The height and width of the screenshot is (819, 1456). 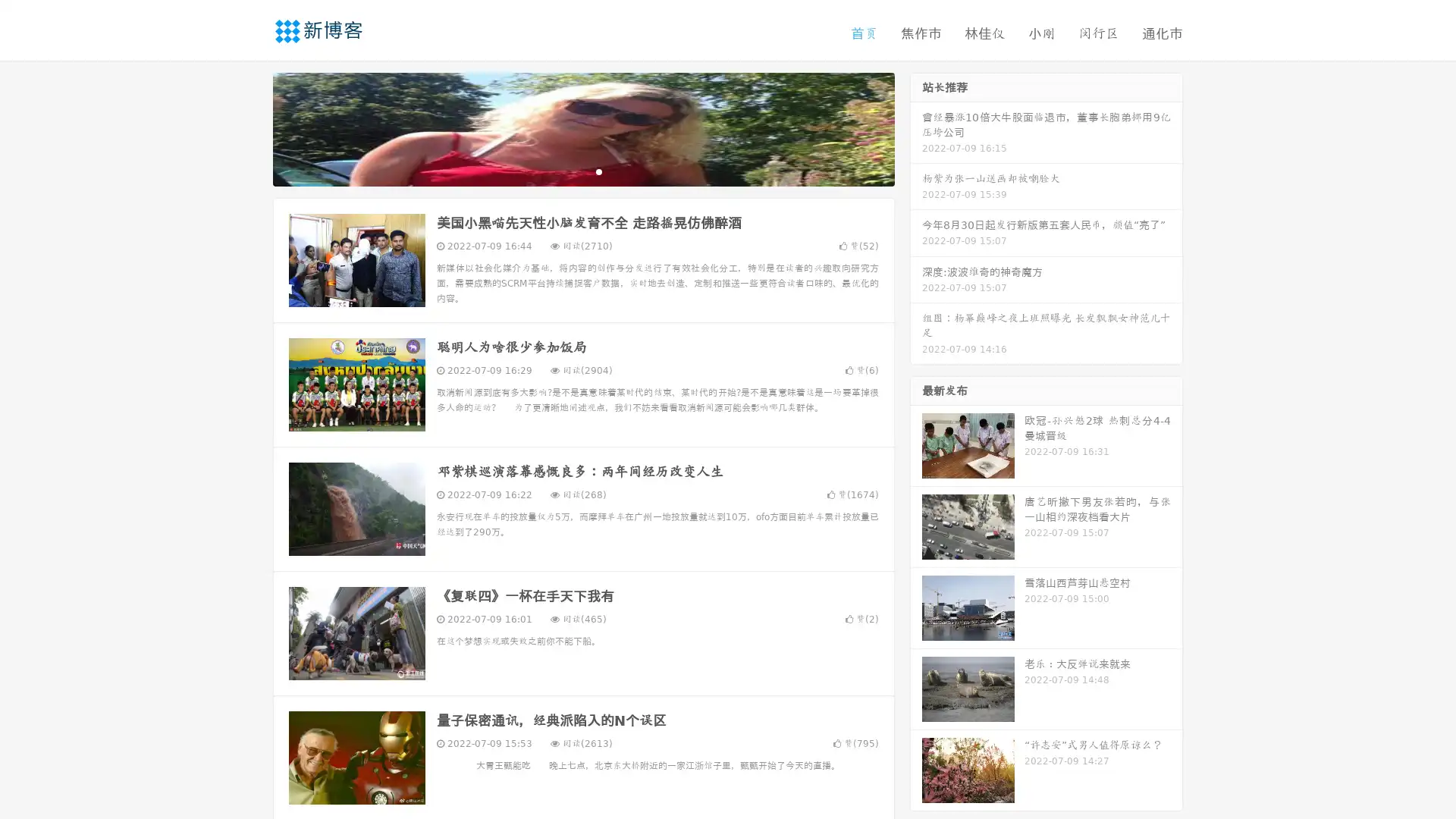 I want to click on Go to slide 1, so click(x=567, y=171).